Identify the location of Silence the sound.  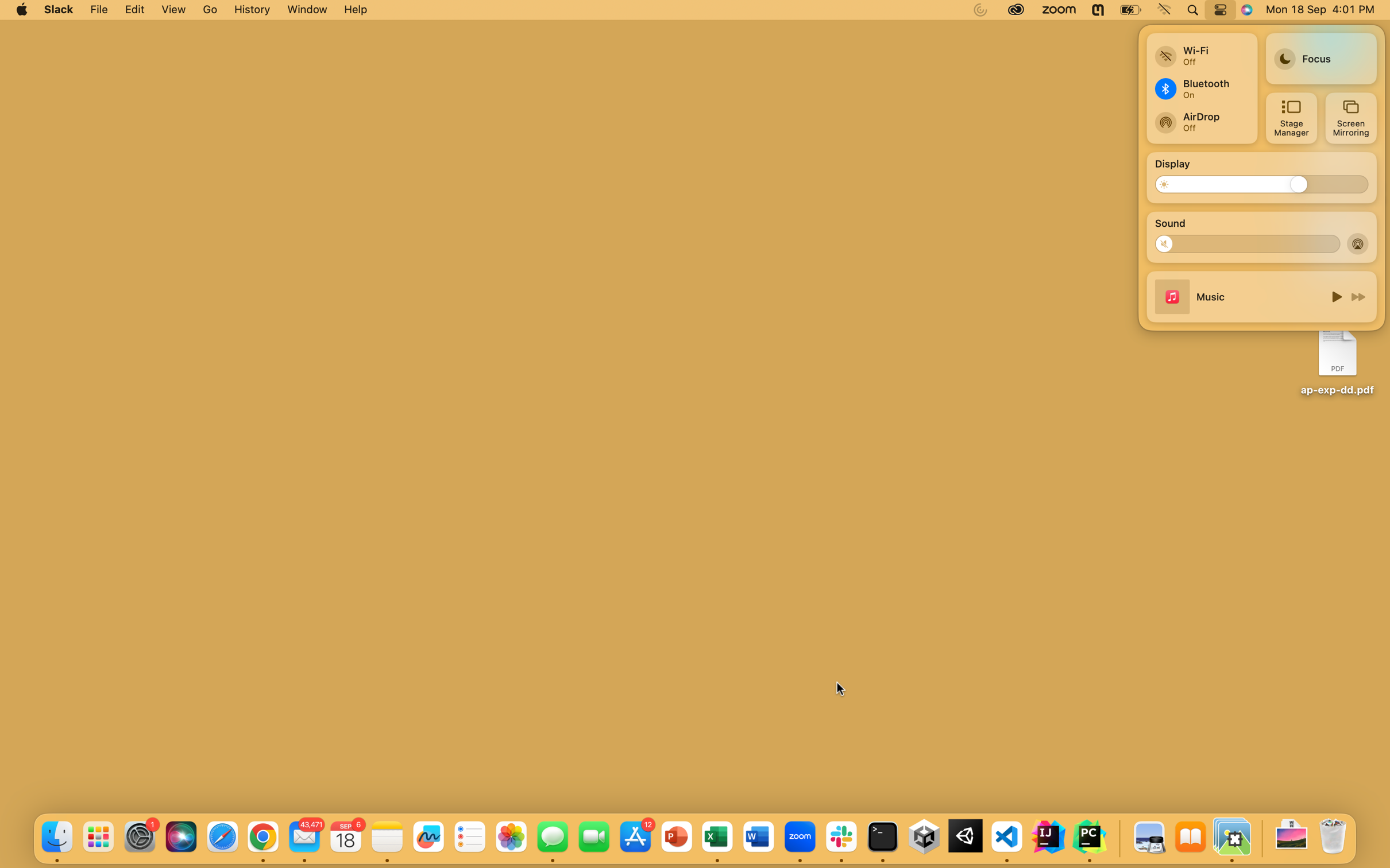
(1169, 243).